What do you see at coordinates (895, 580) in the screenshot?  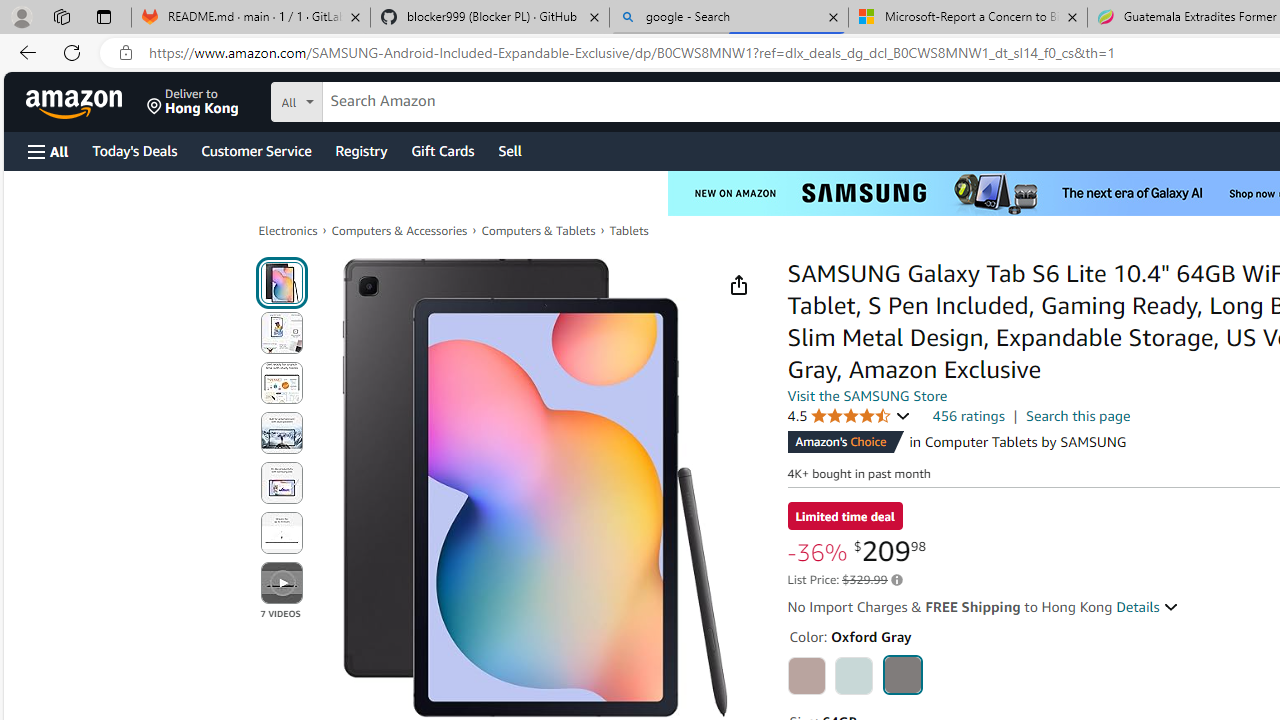 I see `'Learn more about Amazon pricing and savings'` at bounding box center [895, 580].